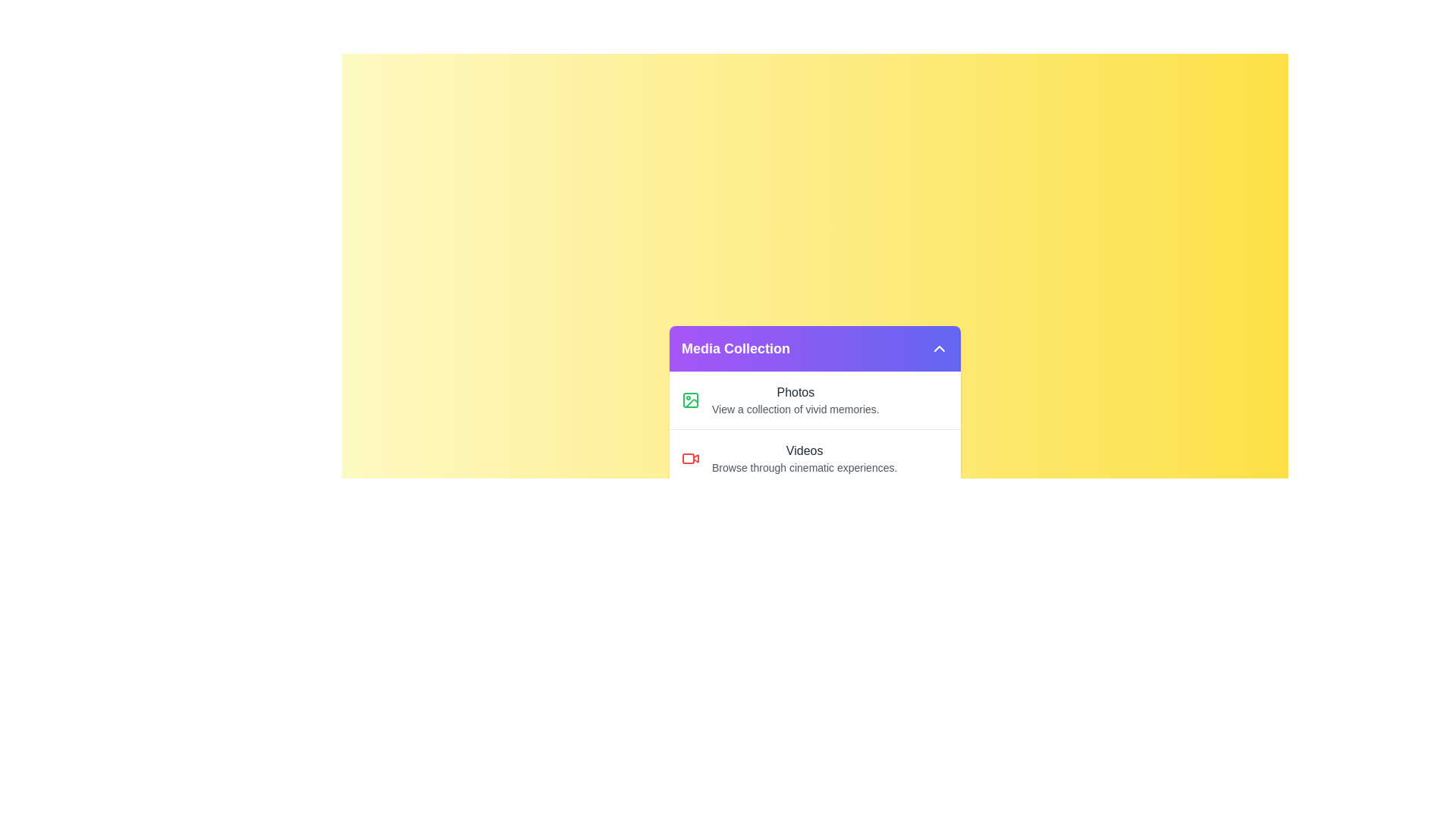 The width and height of the screenshot is (1456, 819). I want to click on the list item corresponding to Photos, so click(814, 400).